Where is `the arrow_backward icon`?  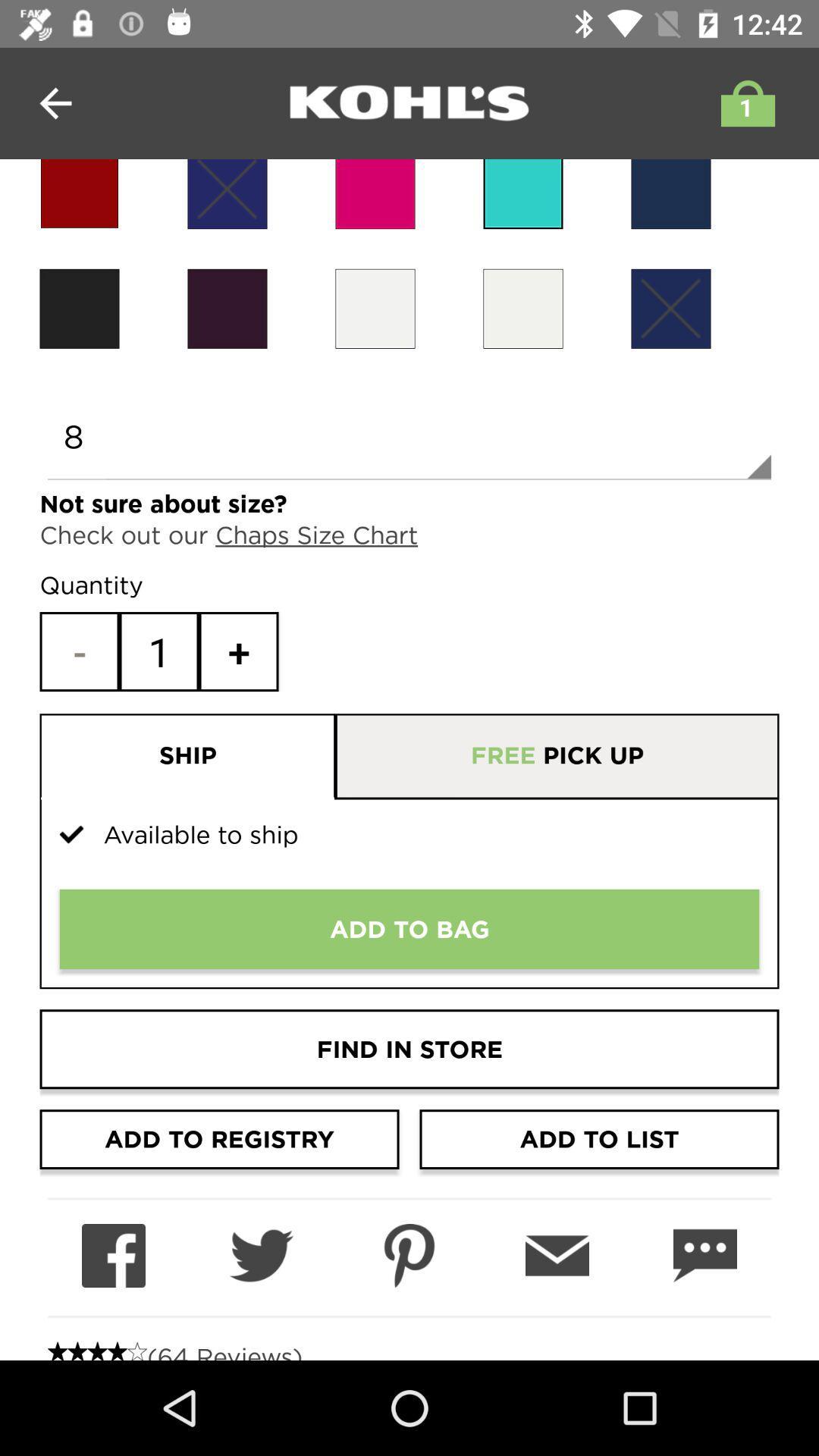
the arrow_backward icon is located at coordinates (55, 102).